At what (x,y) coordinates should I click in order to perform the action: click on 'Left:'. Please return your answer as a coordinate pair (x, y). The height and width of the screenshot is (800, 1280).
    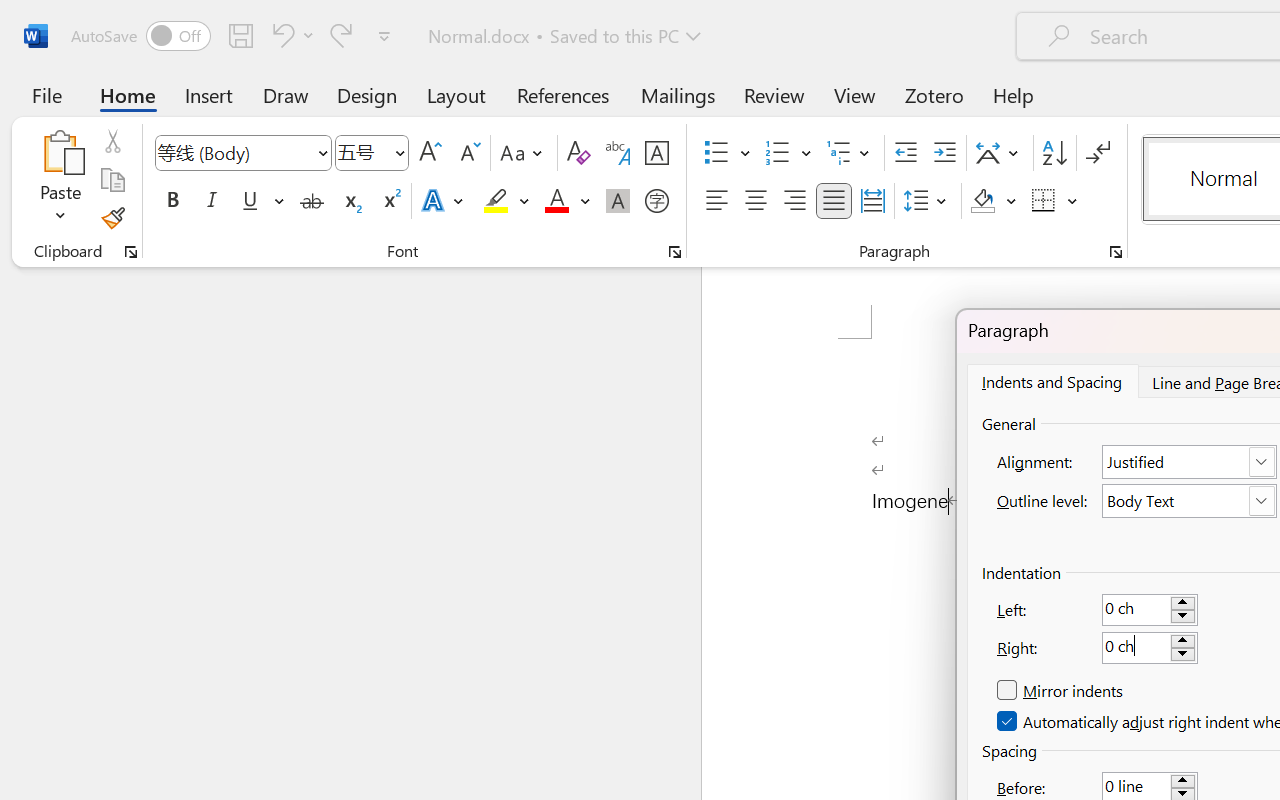
    Looking at the image, I should click on (1150, 609).